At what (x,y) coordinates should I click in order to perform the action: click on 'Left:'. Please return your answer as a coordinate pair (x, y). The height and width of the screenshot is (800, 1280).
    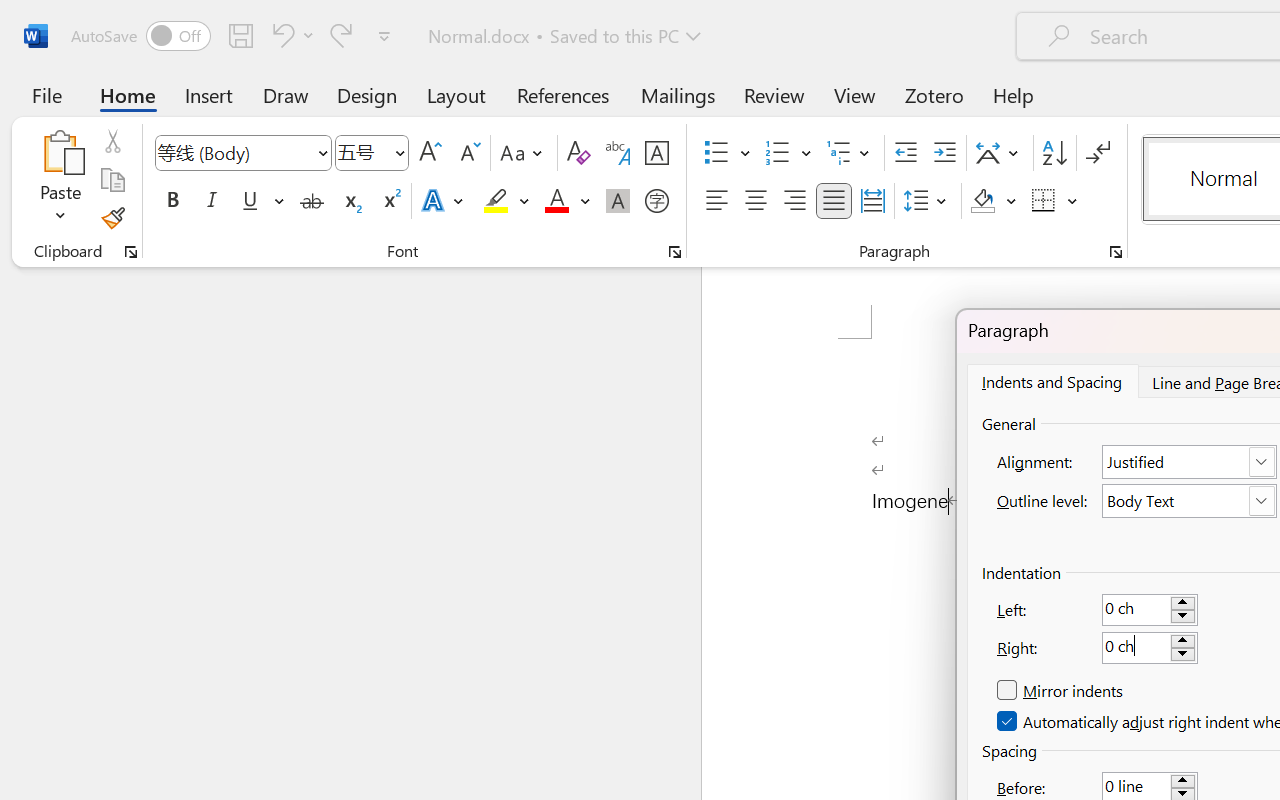
    Looking at the image, I should click on (1150, 609).